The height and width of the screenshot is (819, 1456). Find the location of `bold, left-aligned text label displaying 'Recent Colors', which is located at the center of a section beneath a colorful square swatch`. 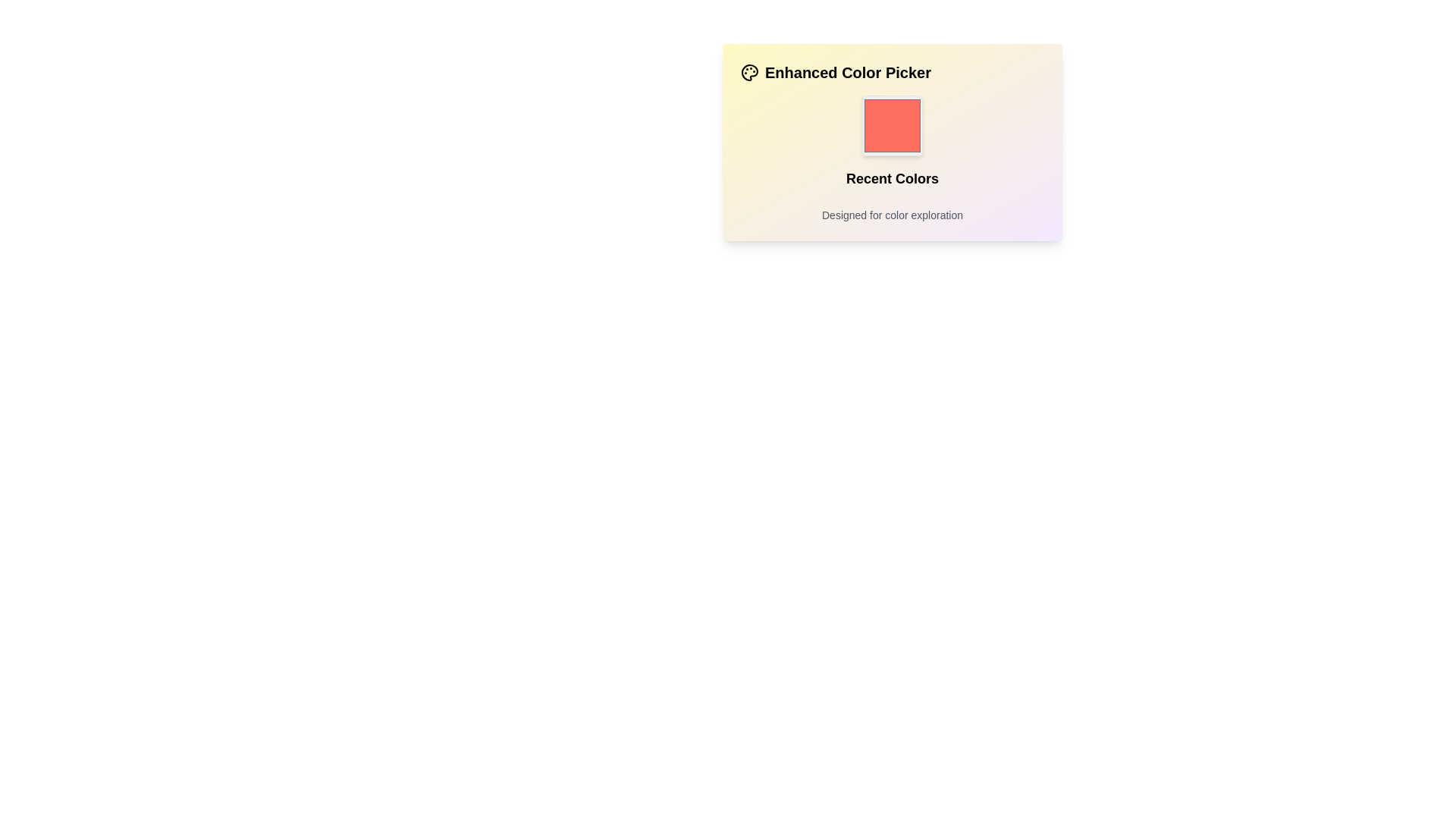

bold, left-aligned text label displaying 'Recent Colors', which is located at the center of a section beneath a colorful square swatch is located at coordinates (892, 177).